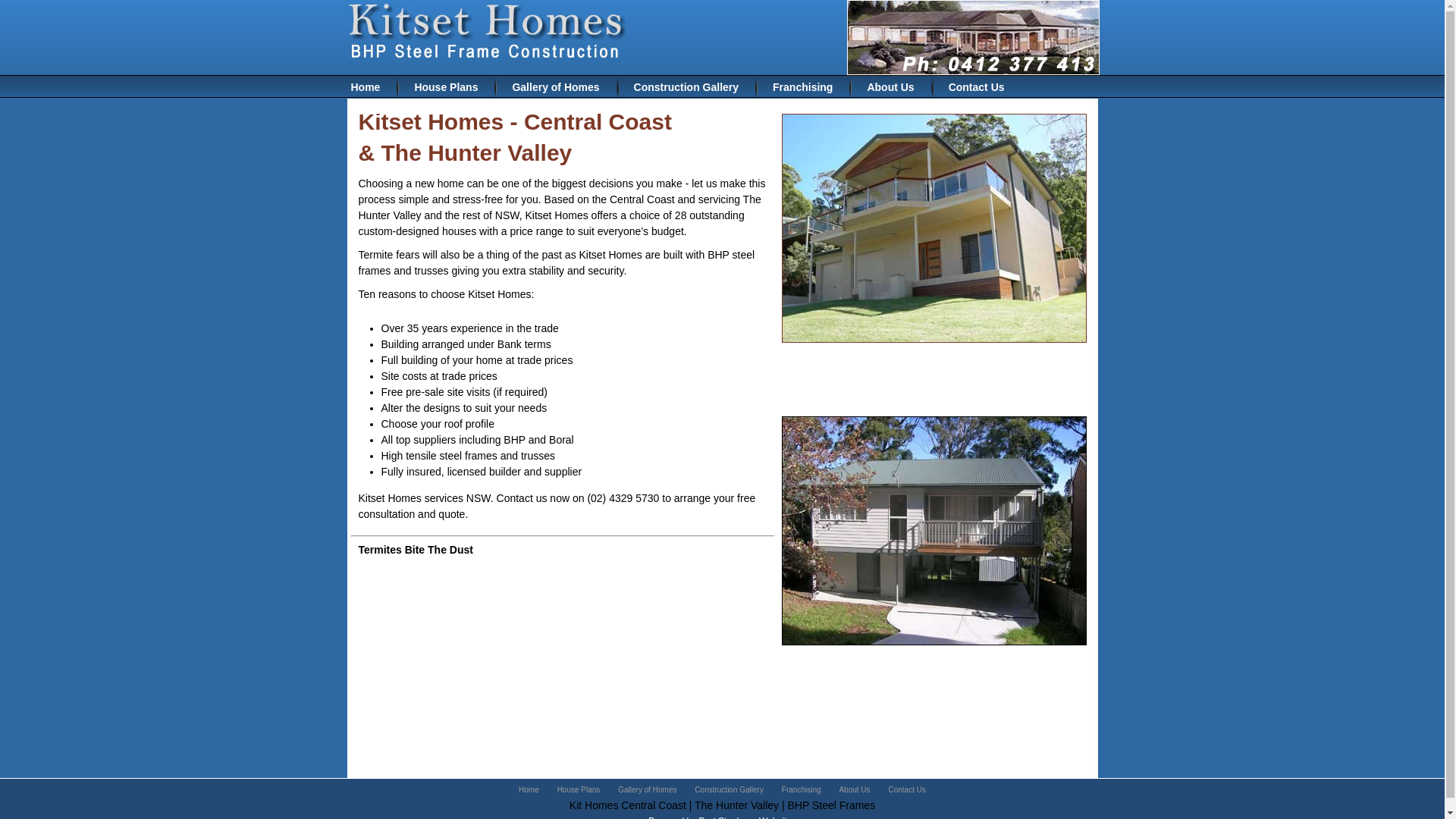 This screenshot has width=1456, height=819. What do you see at coordinates (578, 789) in the screenshot?
I see `'House Plans'` at bounding box center [578, 789].